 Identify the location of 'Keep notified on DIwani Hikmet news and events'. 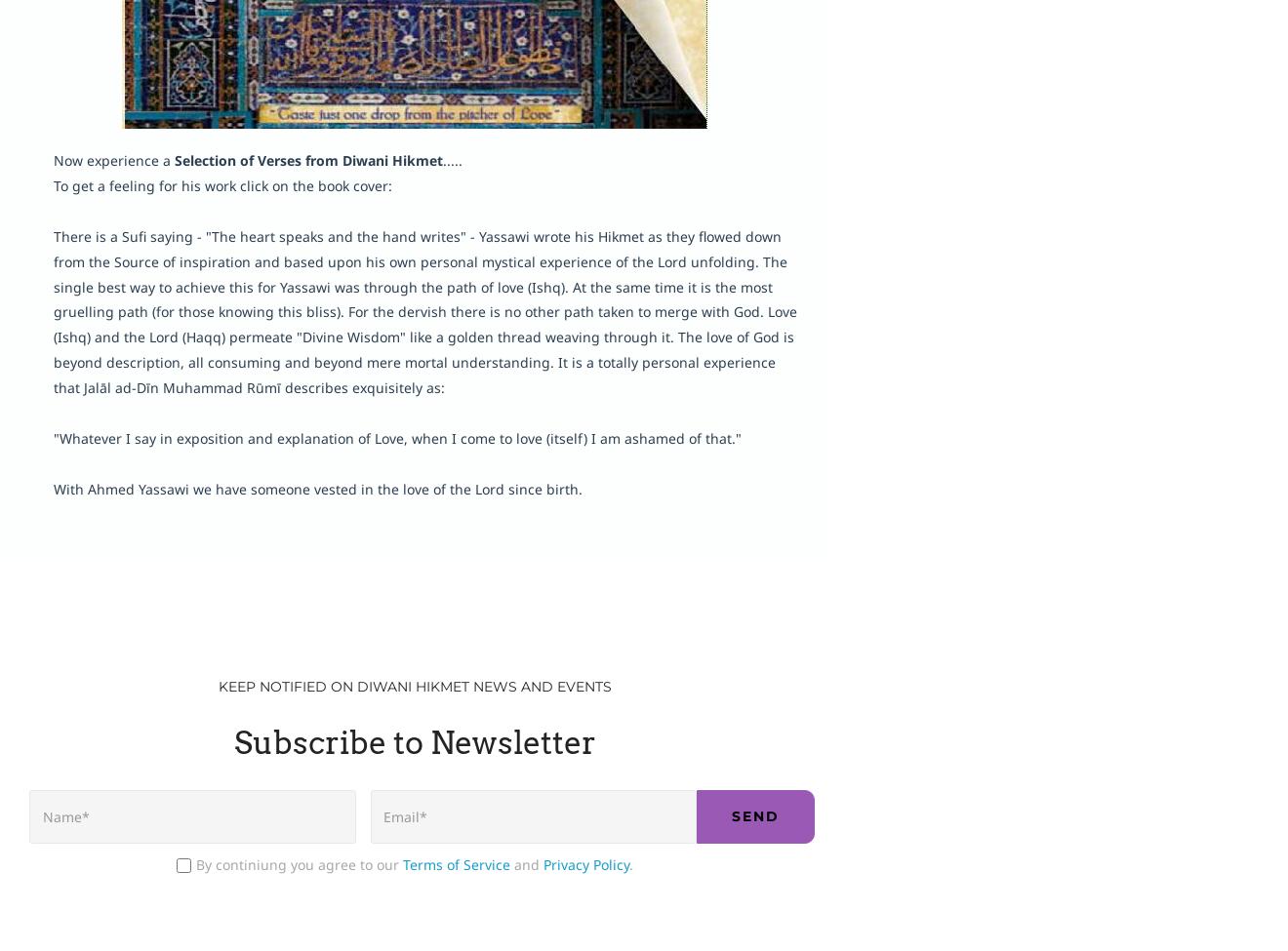
(413, 684).